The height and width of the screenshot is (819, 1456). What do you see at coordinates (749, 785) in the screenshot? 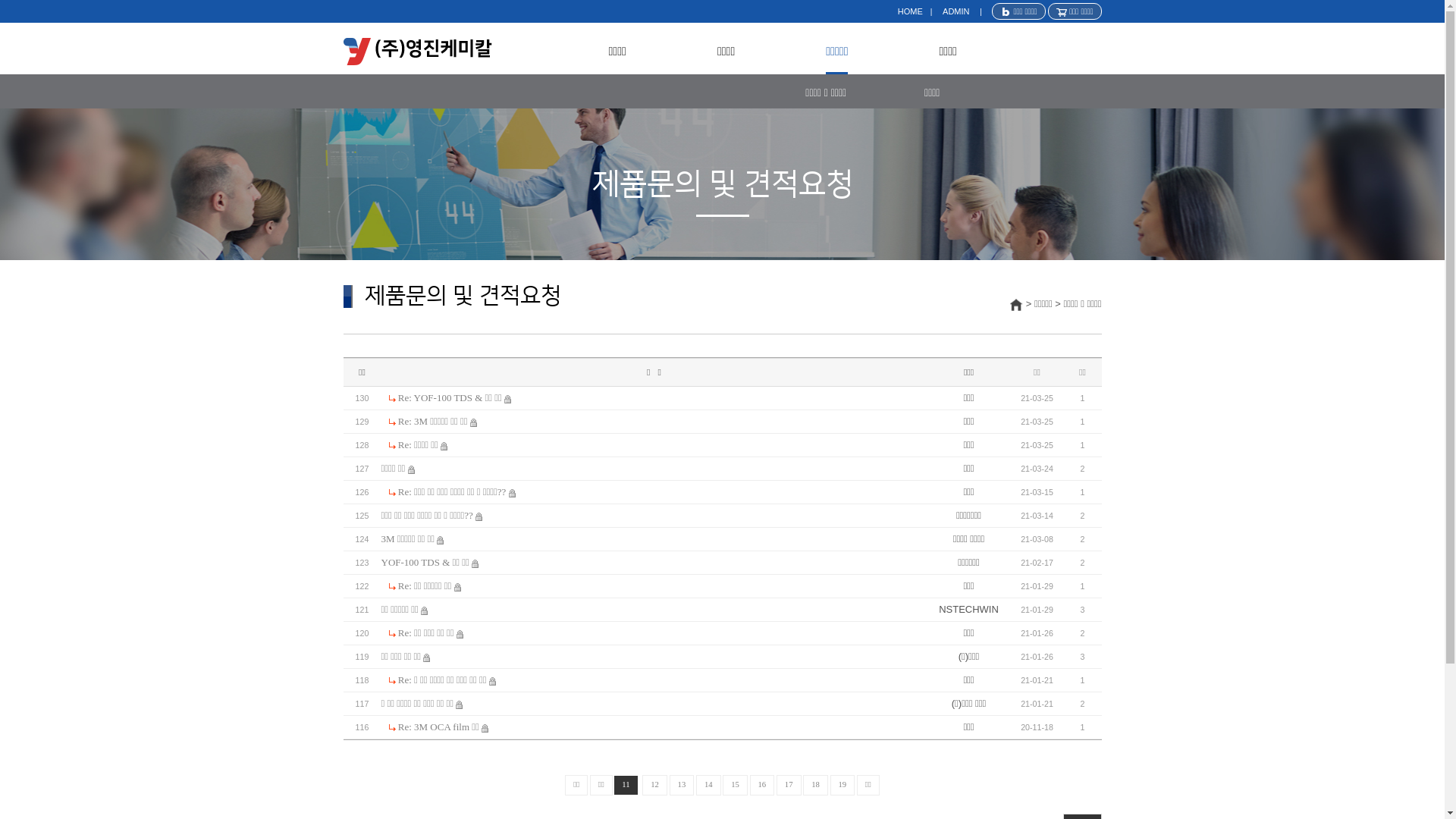
I see `'16'` at bounding box center [749, 785].